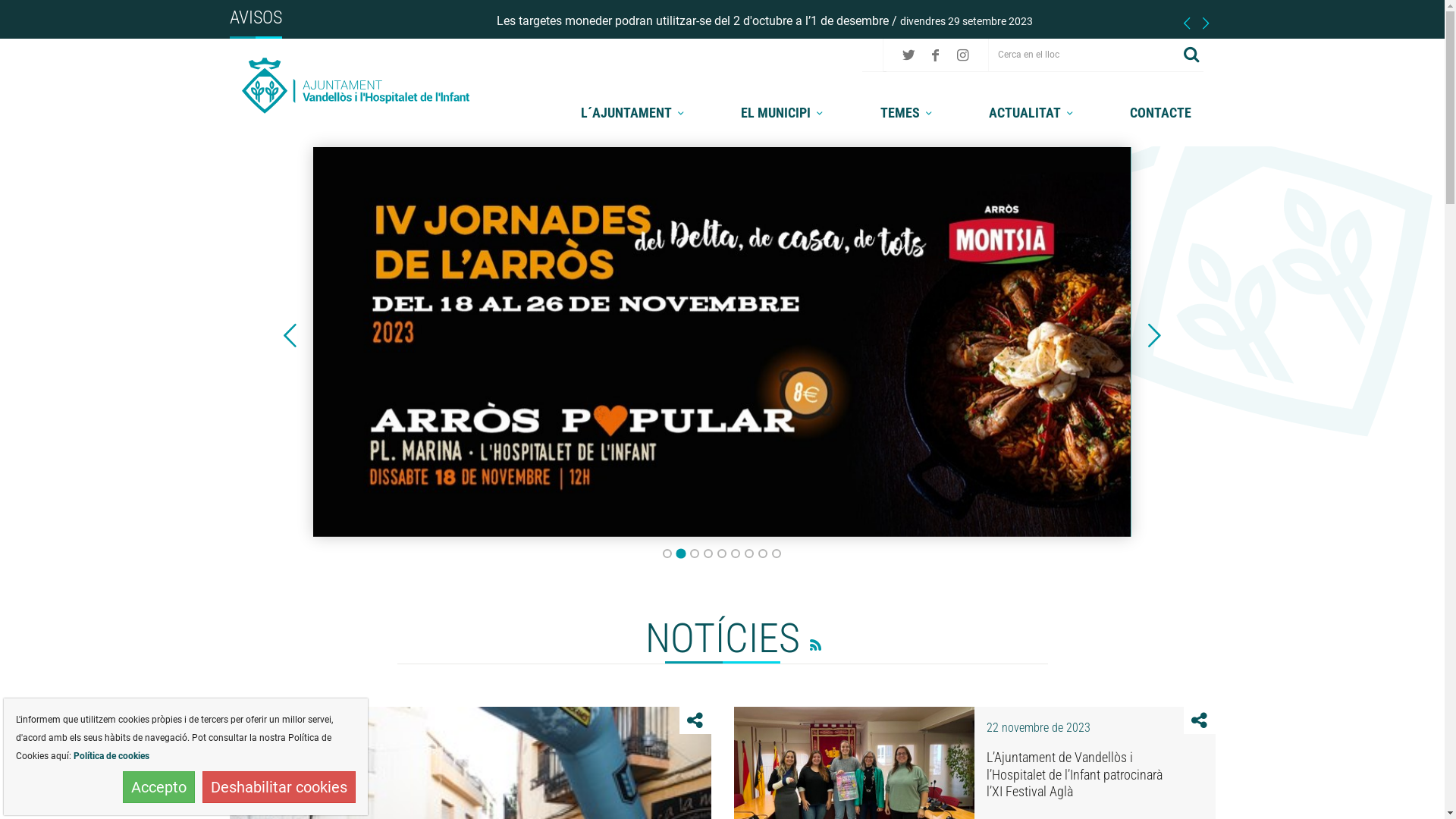 The height and width of the screenshot is (819, 1456). I want to click on 'CONTACTE', so click(1159, 111).